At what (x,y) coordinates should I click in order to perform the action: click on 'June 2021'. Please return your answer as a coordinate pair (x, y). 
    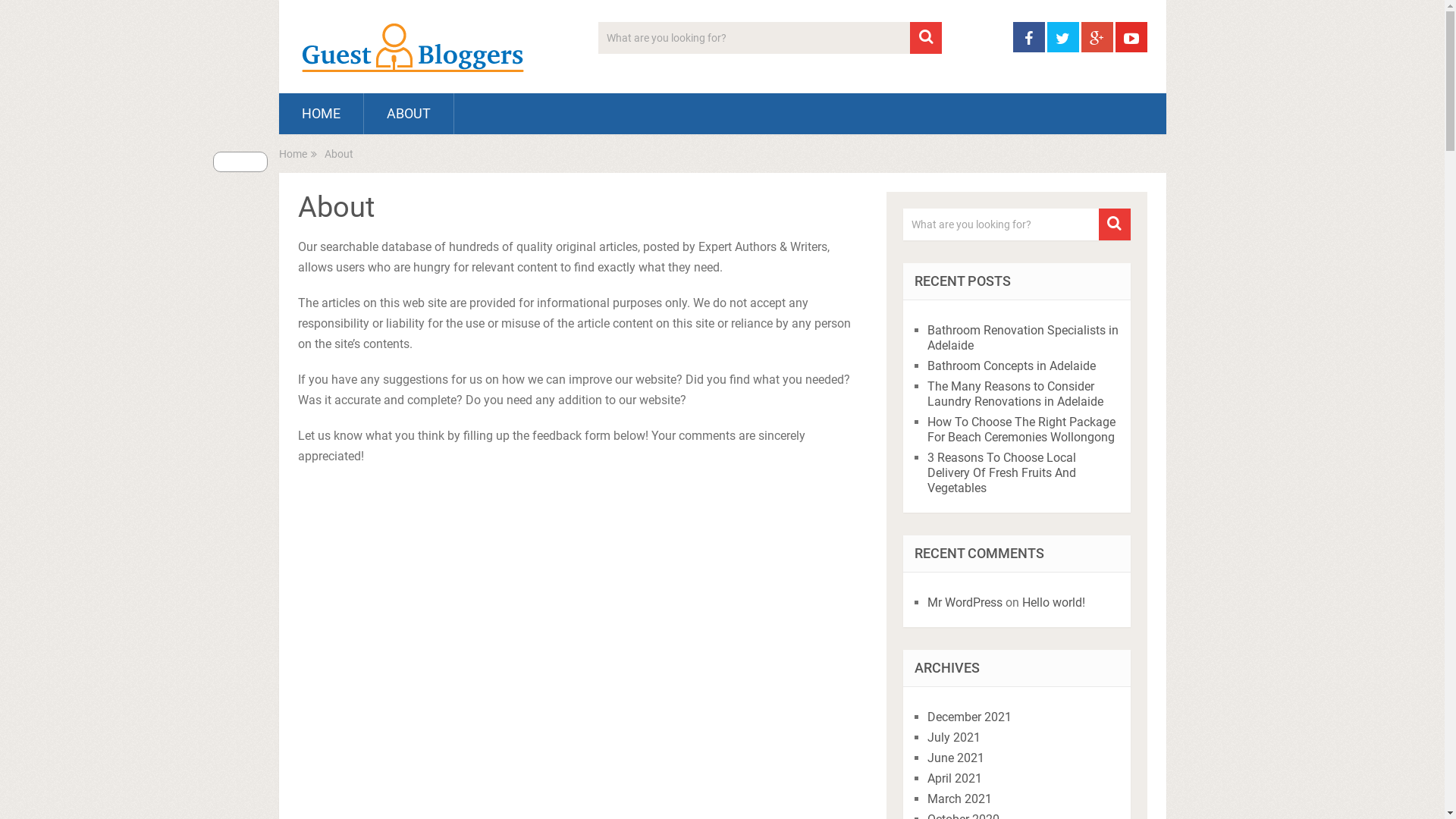
    Looking at the image, I should click on (955, 758).